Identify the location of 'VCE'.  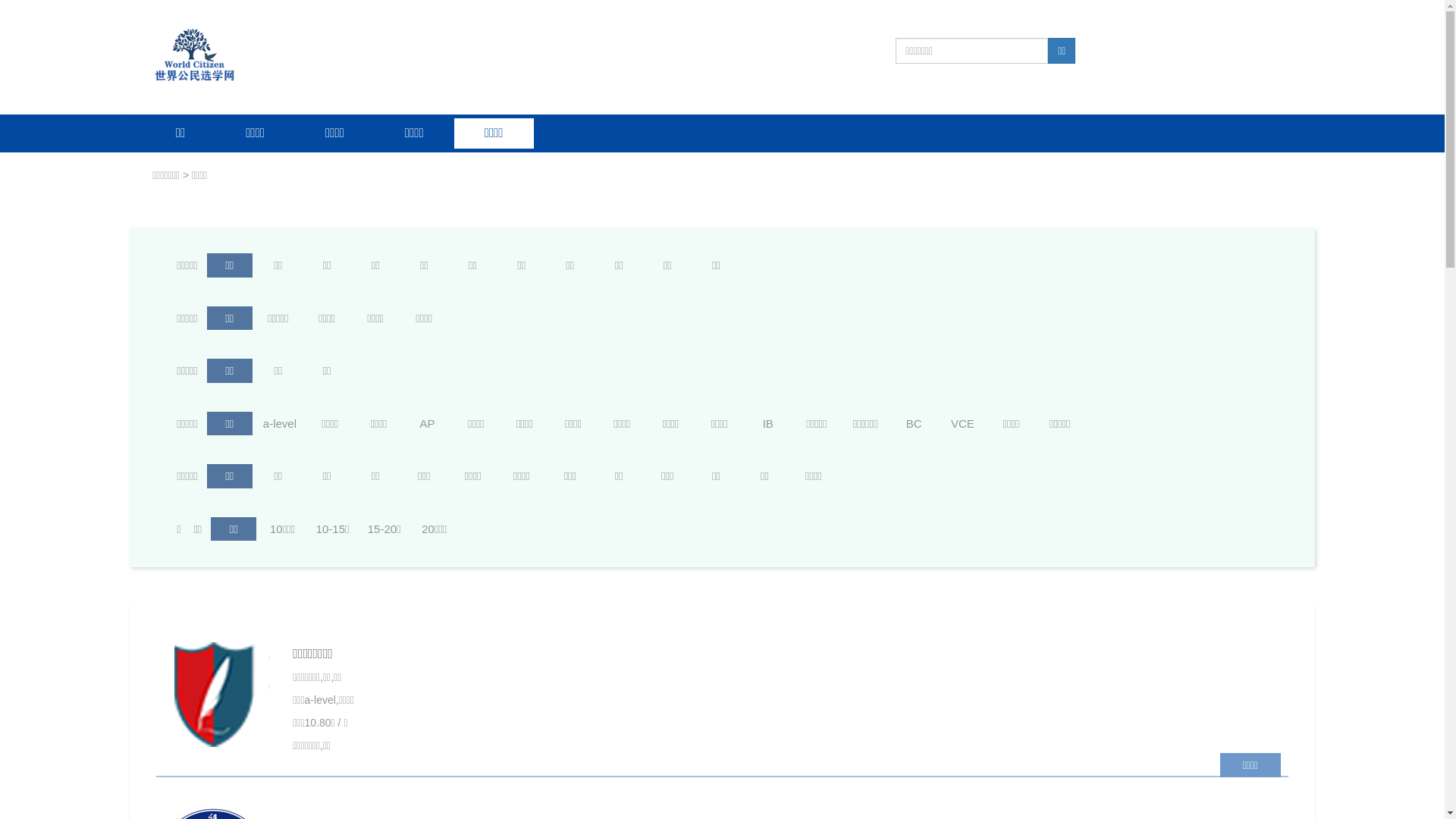
(961, 423).